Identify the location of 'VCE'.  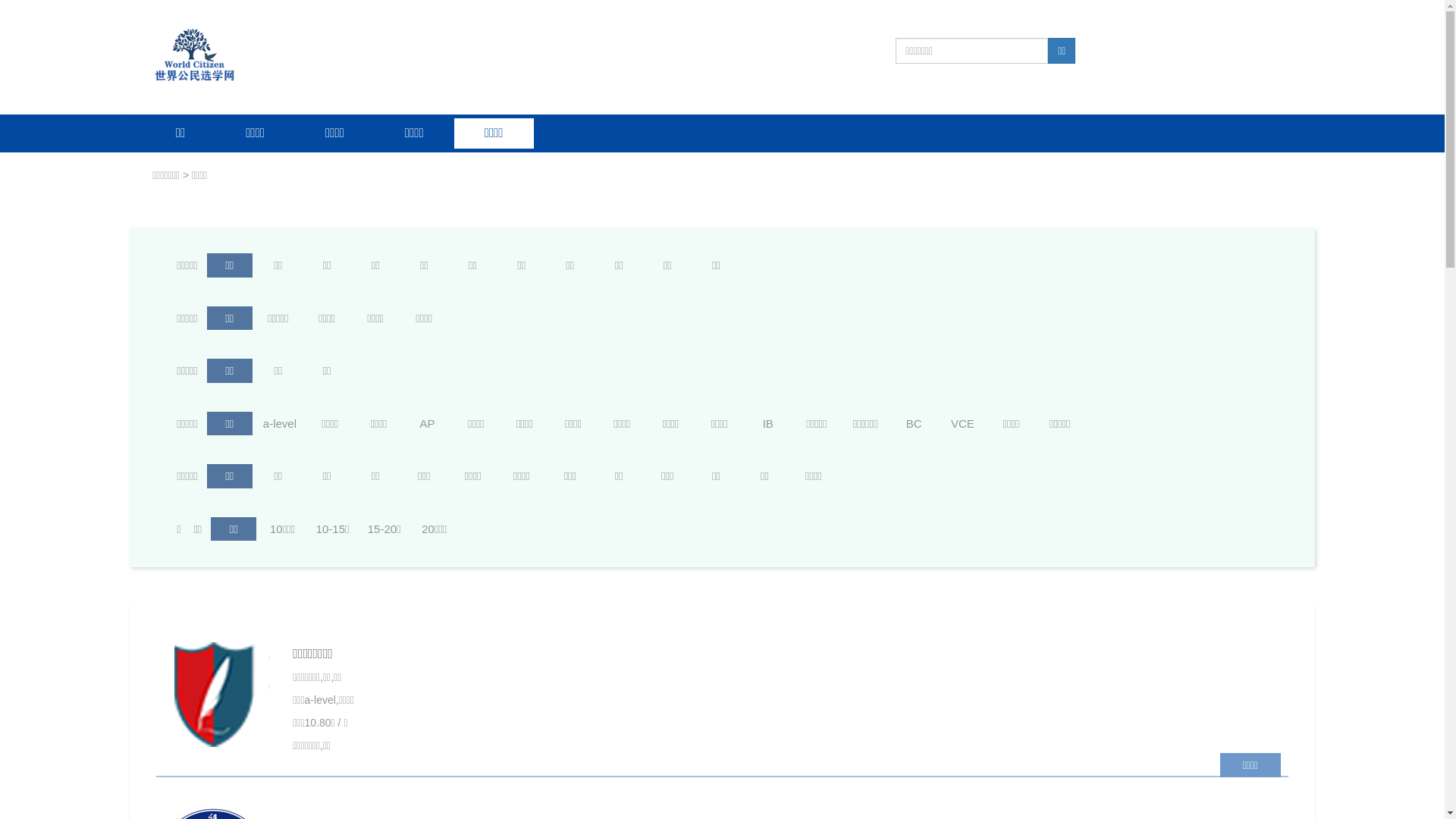
(961, 423).